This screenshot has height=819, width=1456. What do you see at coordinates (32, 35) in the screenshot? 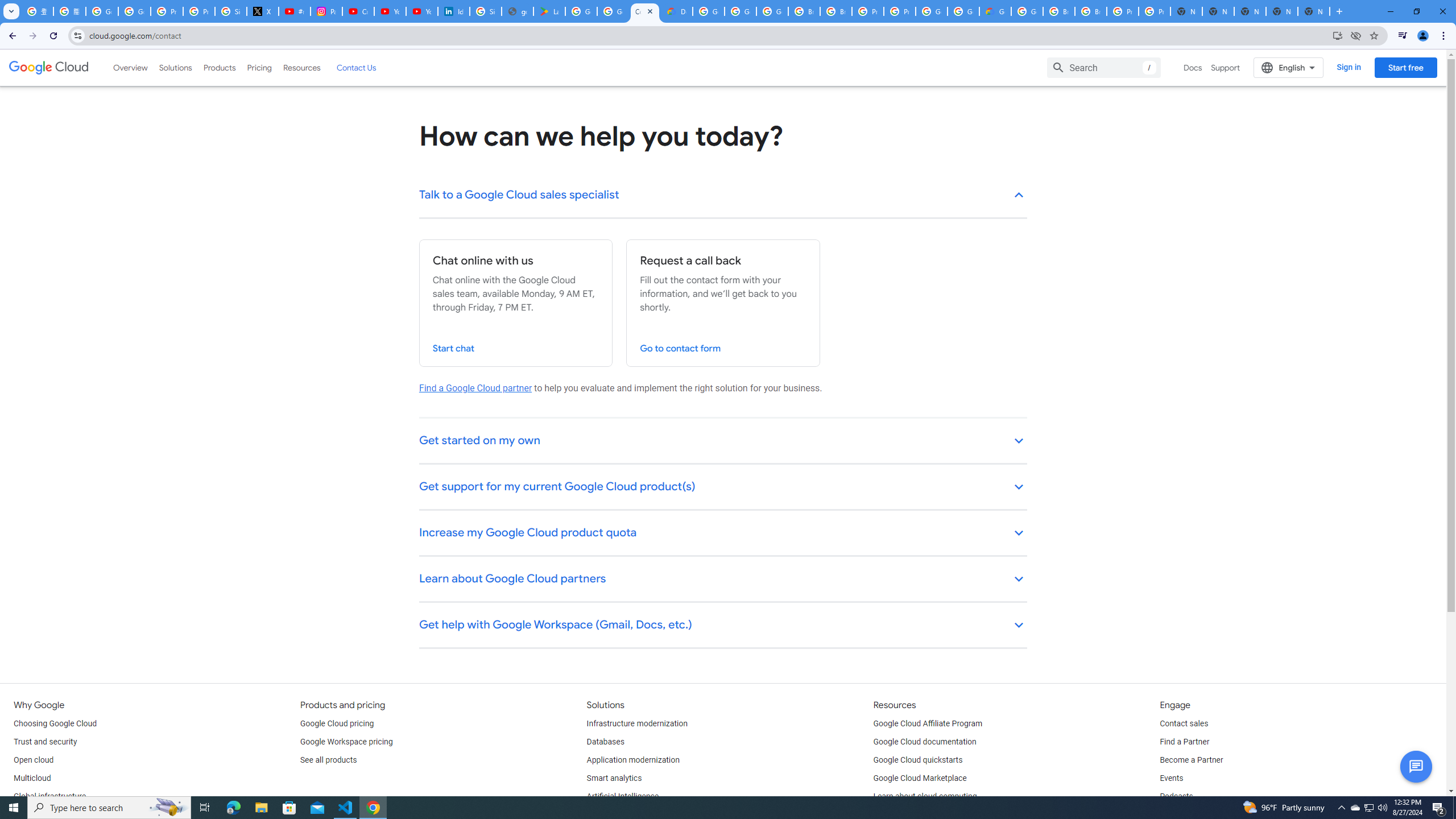
I see `'Forward'` at bounding box center [32, 35].